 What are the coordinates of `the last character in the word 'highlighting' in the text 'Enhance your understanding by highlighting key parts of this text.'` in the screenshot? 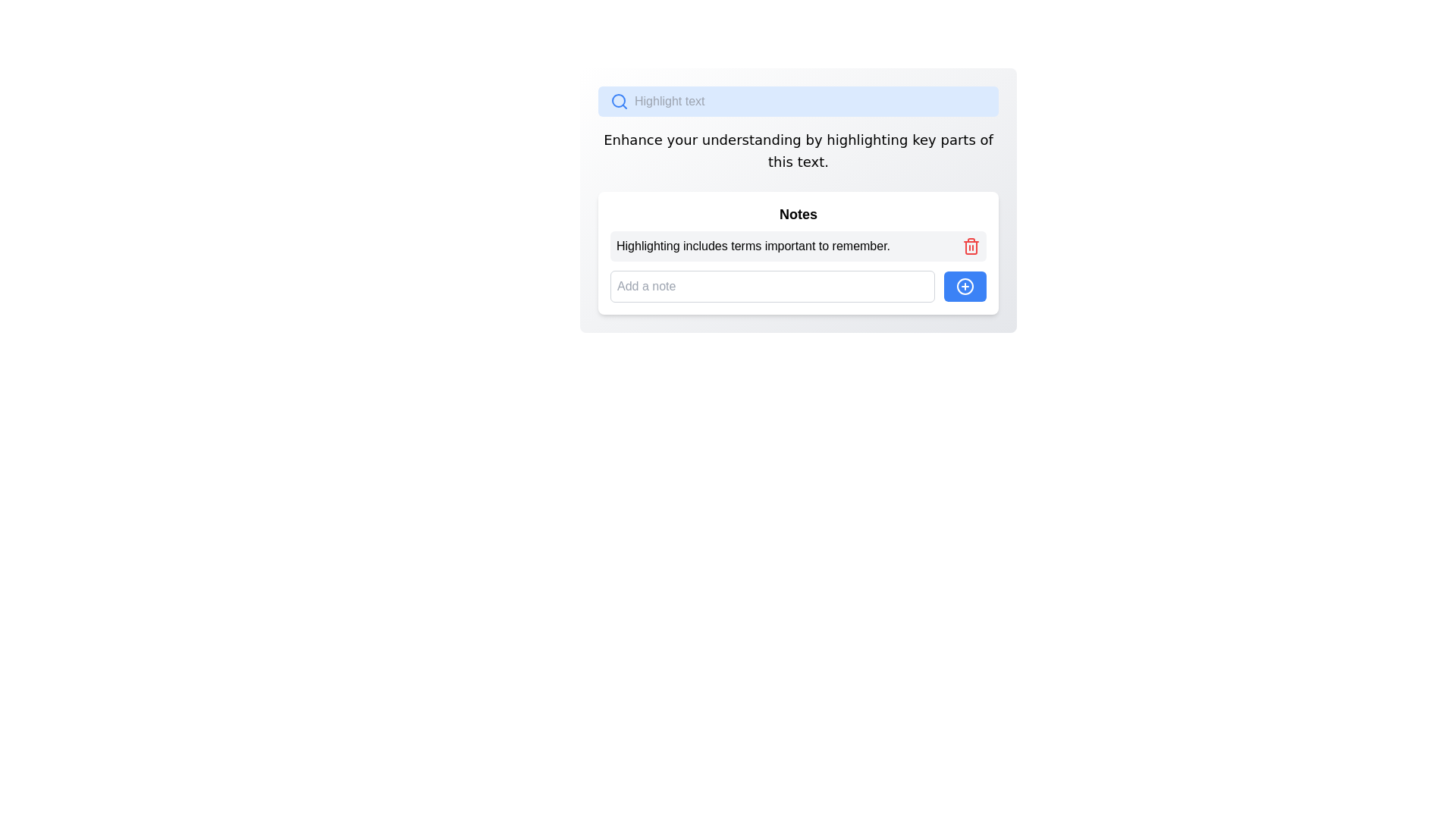 It's located at (903, 140).